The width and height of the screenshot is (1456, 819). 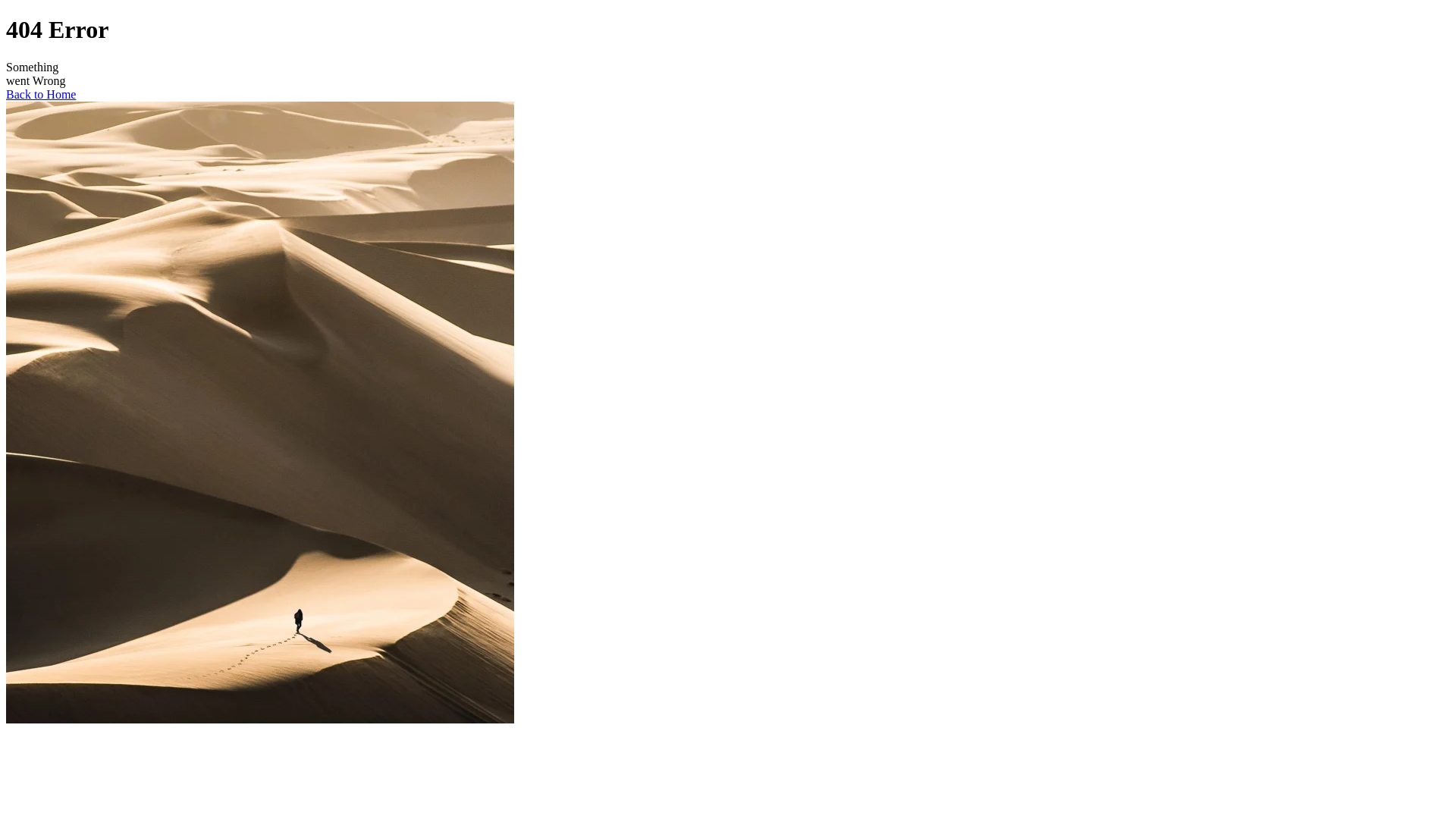 I want to click on 'Back to Home', so click(x=40, y=94).